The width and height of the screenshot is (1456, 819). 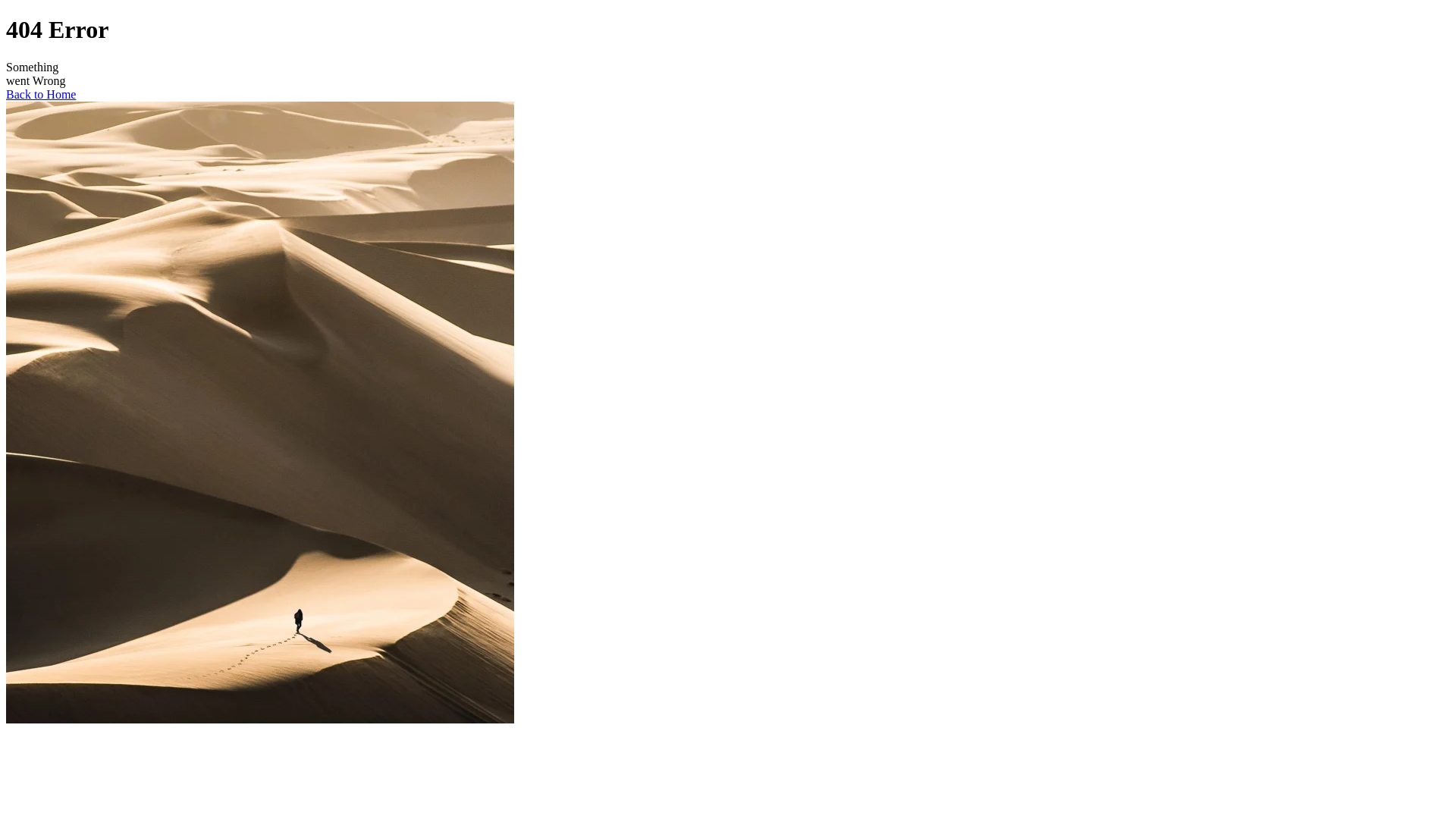 I want to click on 'Back to Home', so click(x=40, y=94).